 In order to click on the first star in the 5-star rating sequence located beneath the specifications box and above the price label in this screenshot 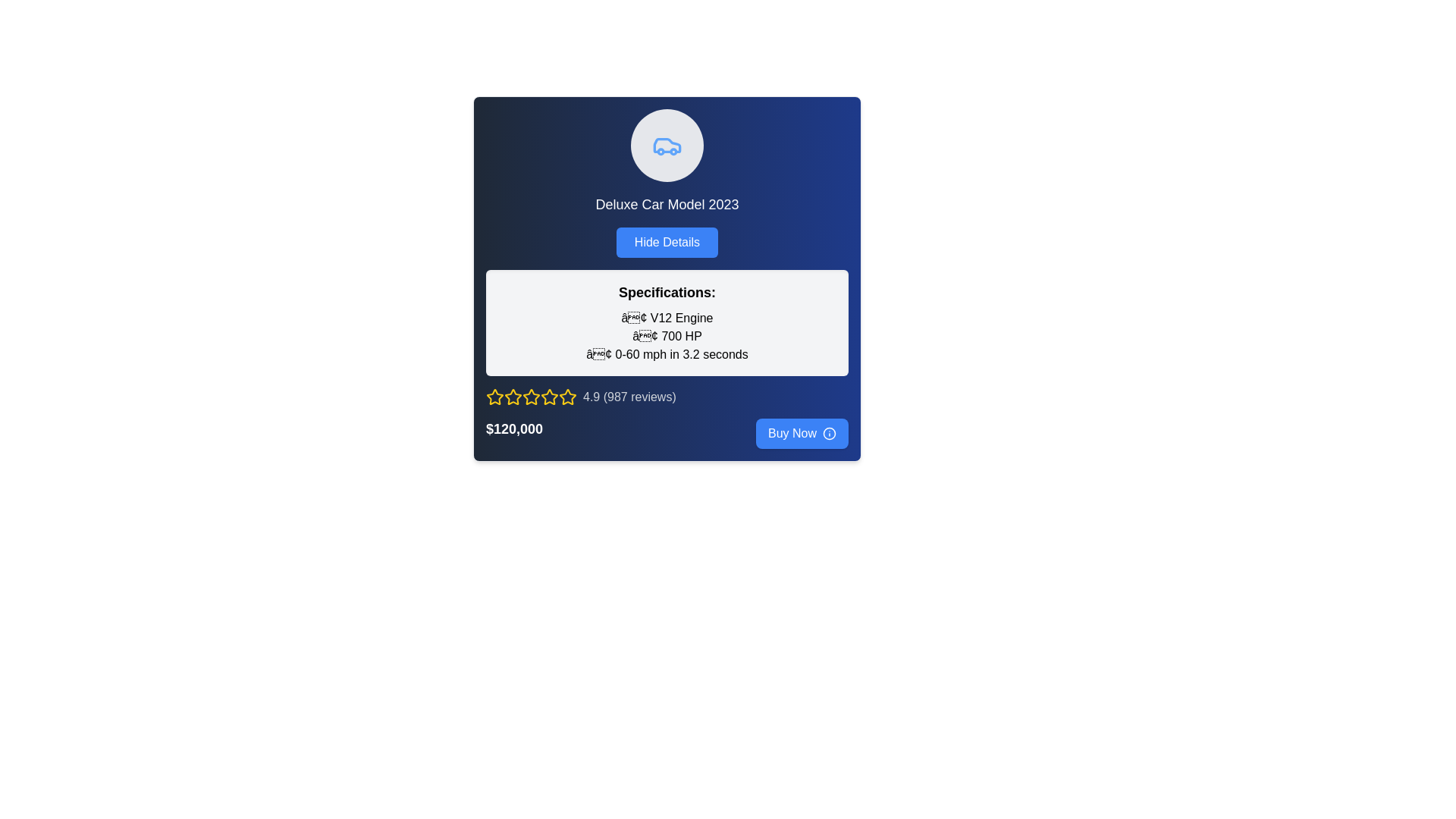, I will do `click(494, 396)`.